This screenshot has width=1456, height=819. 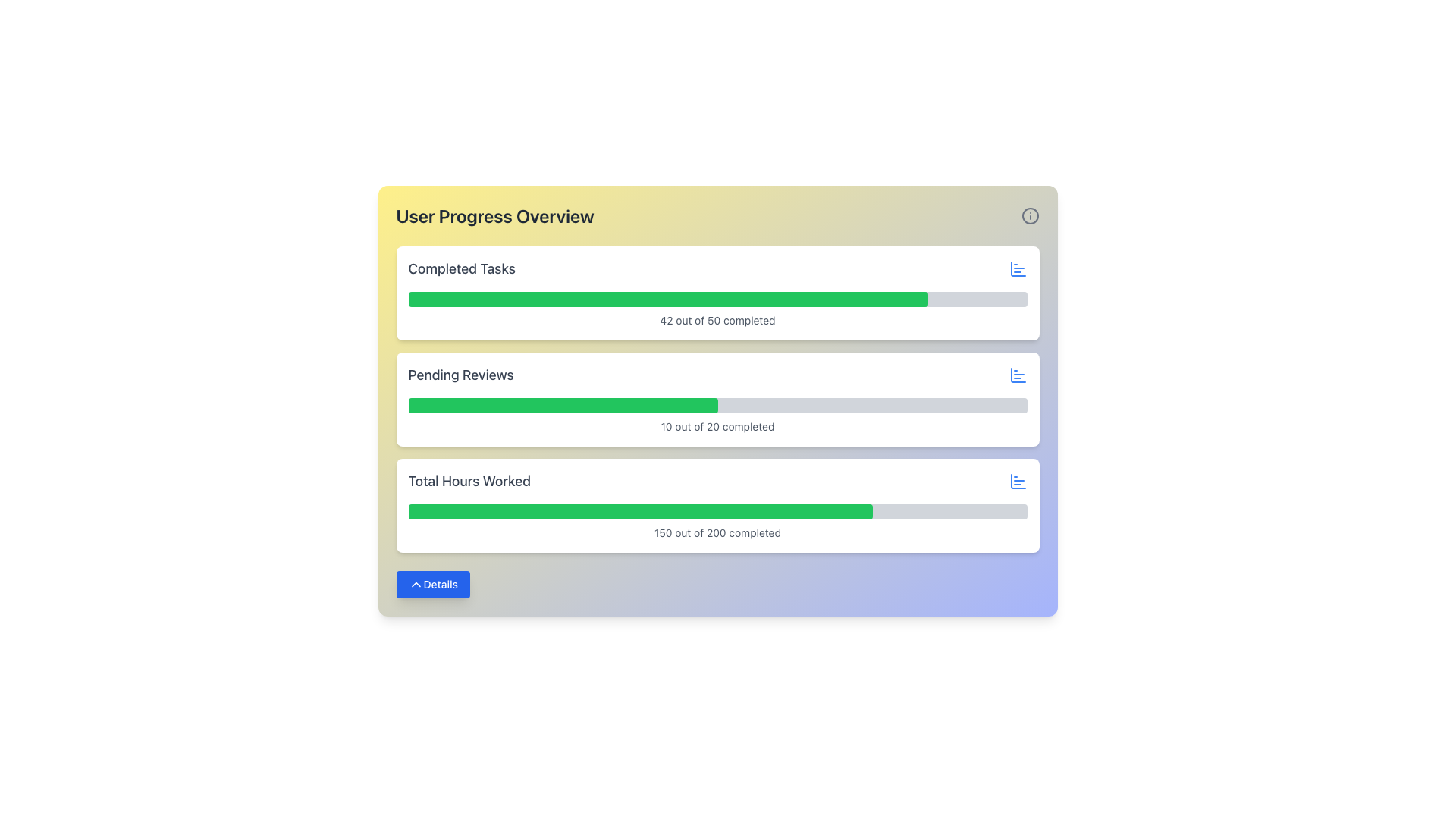 I want to click on the progress status of the Progress Bar located in the 'Pending Reviews' section, which is visually characterized by a rounded rectangular shape with a partially filled green segment indicating 50% progress, so click(x=717, y=405).